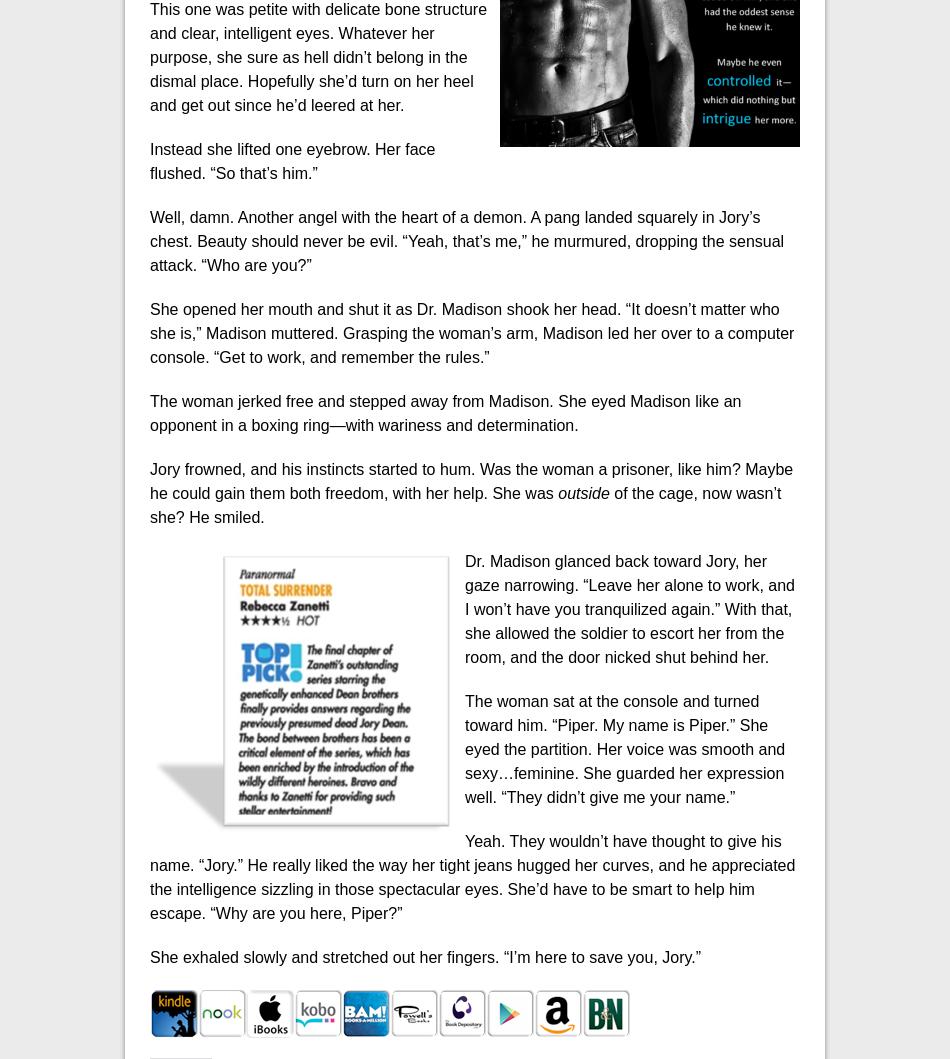  What do you see at coordinates (150, 480) in the screenshot?
I see `'Jory frowned, and his instincts started to hum. Was the woman a prisoner, like him? Maybe he could gain them both freedom, with her help. She was'` at bounding box center [150, 480].